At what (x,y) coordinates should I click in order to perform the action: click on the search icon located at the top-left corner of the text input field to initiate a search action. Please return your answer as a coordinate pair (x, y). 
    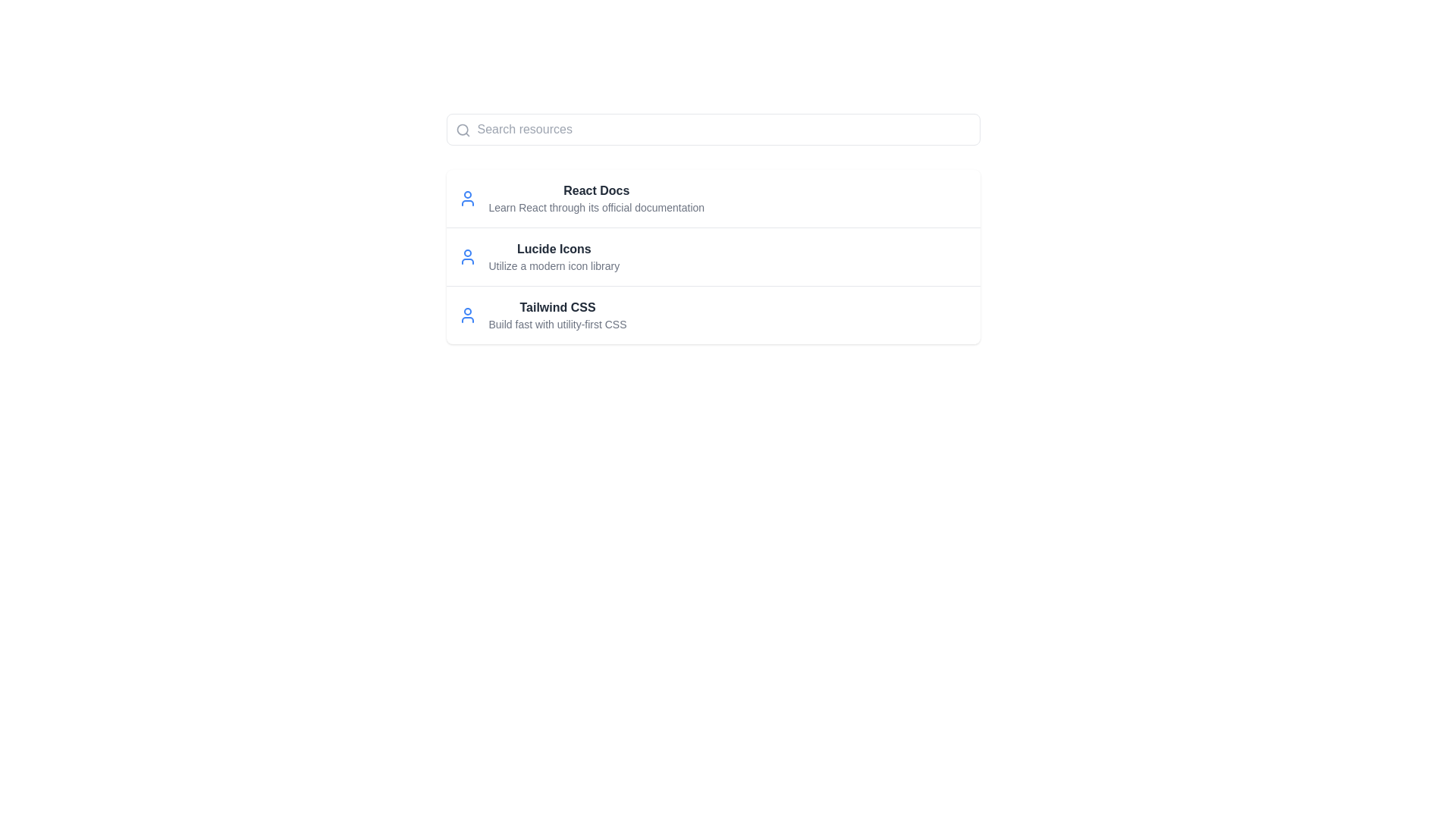
    Looking at the image, I should click on (462, 130).